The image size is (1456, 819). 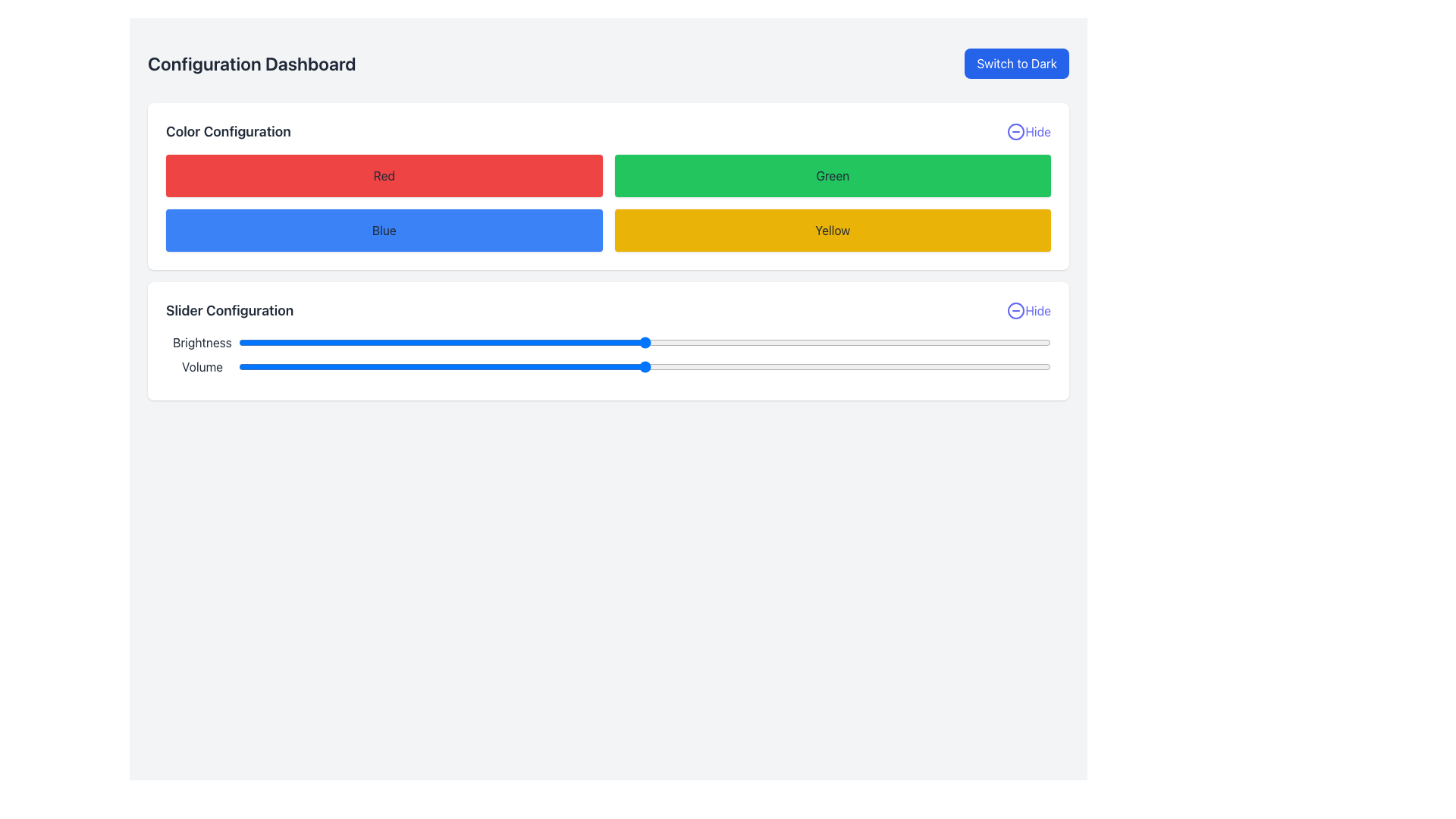 I want to click on the slider value, so click(x=872, y=366).